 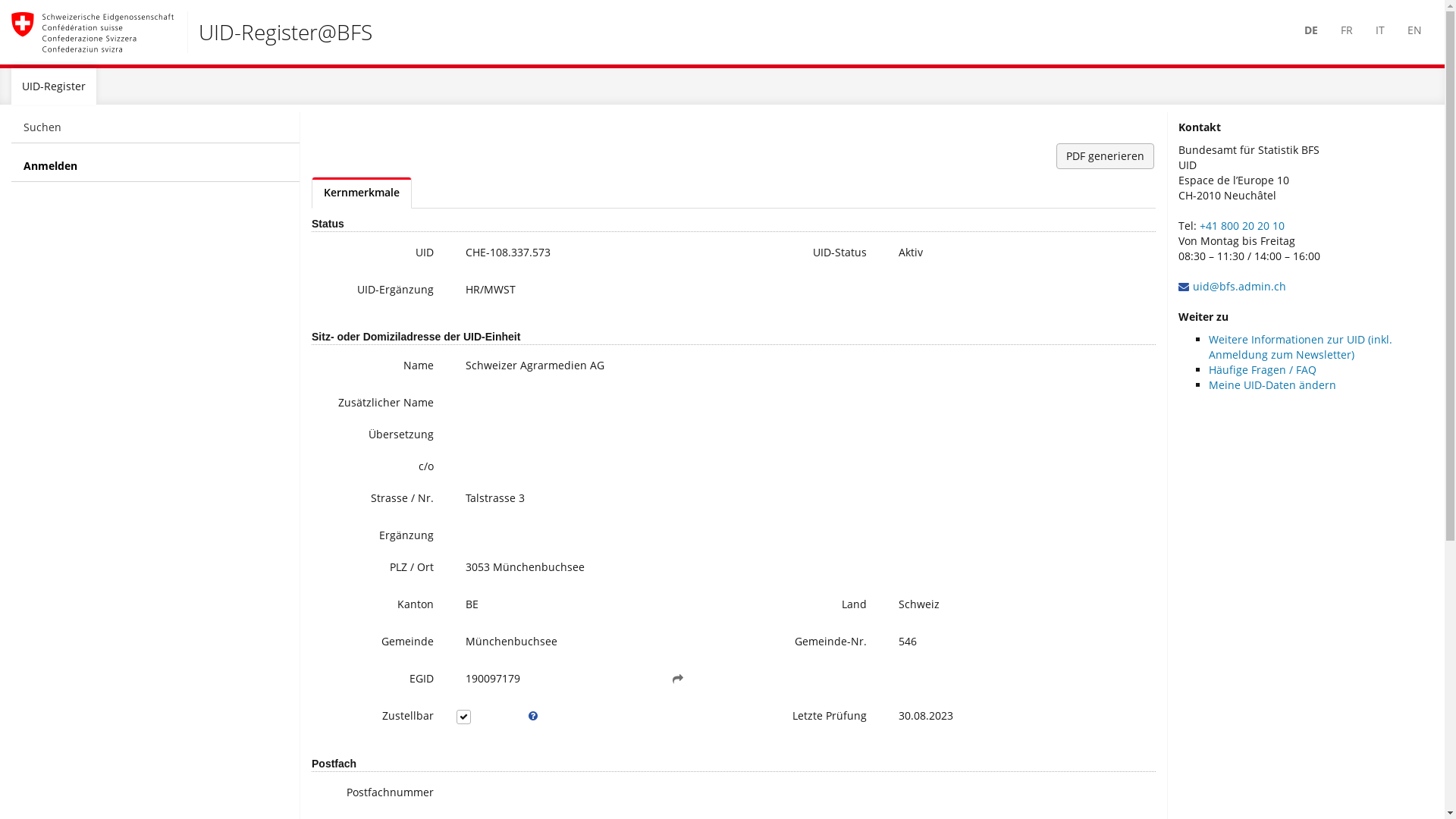 I want to click on '+41 800 20 20 10', so click(x=1241, y=225).